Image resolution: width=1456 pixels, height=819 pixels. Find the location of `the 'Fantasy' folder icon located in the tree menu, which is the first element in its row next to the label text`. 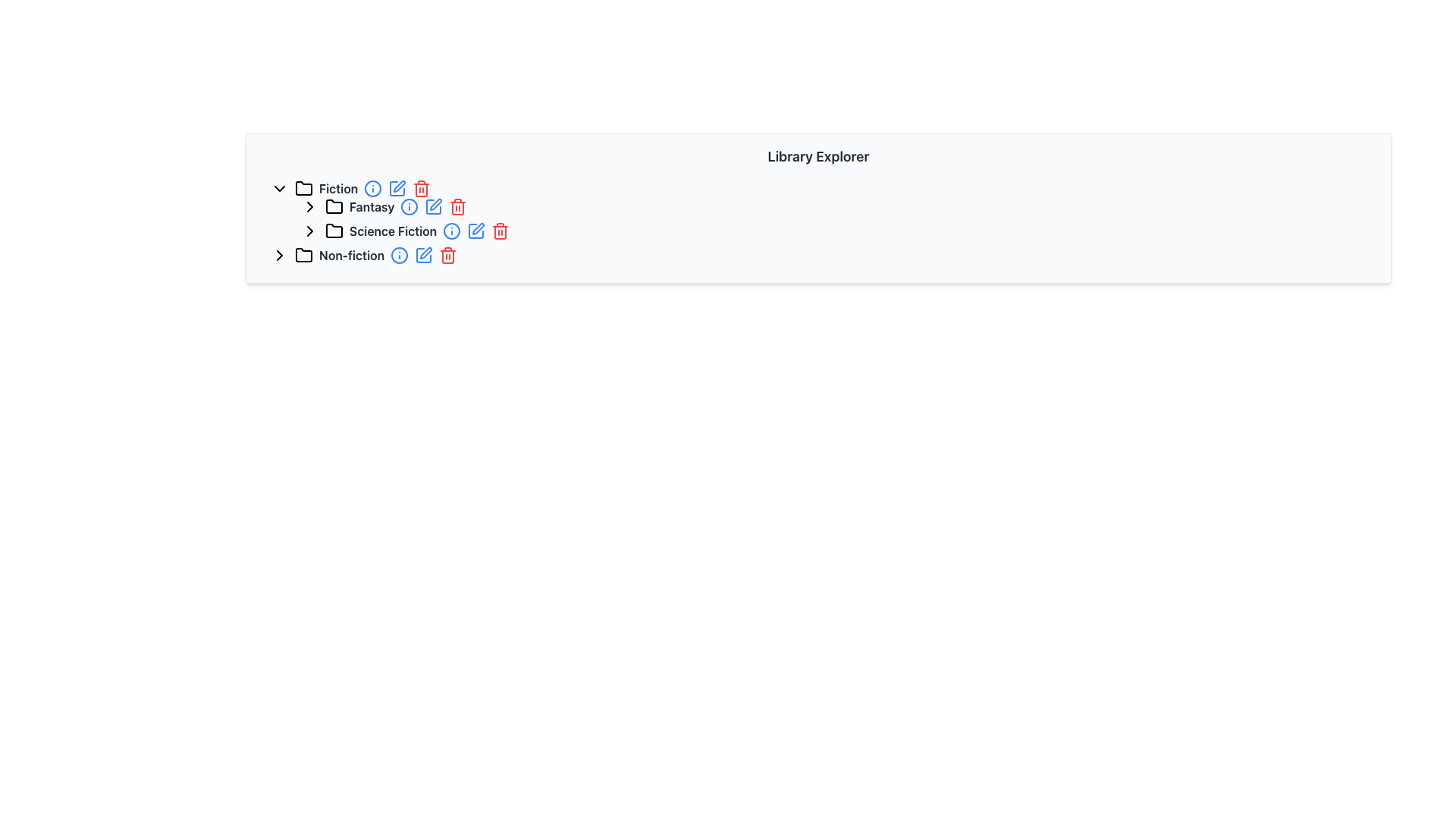

the 'Fantasy' folder icon located in the tree menu, which is the first element in its row next to the label text is located at coordinates (334, 207).